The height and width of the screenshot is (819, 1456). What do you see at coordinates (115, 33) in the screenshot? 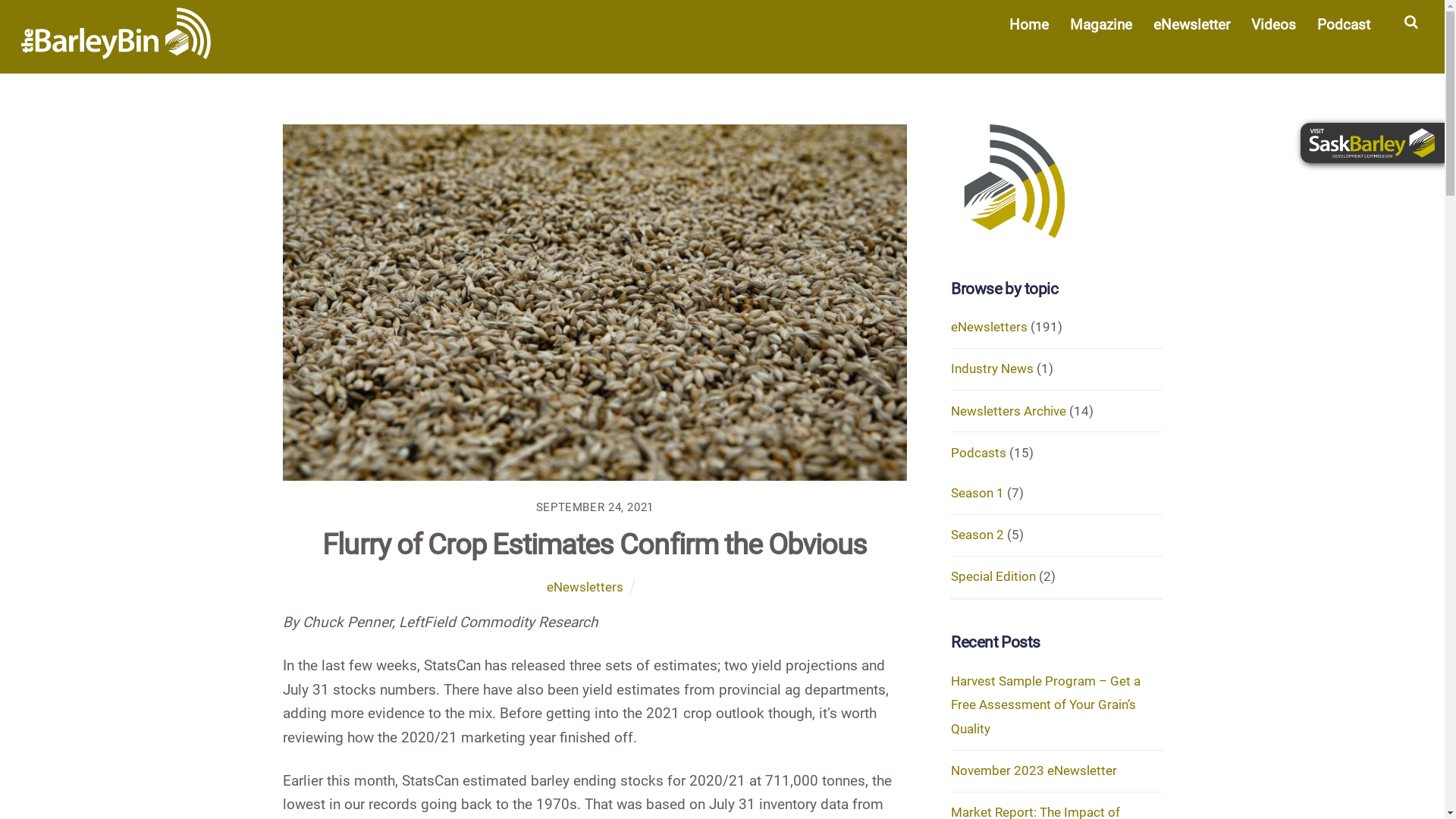
I see `'The Barley Bin'` at bounding box center [115, 33].